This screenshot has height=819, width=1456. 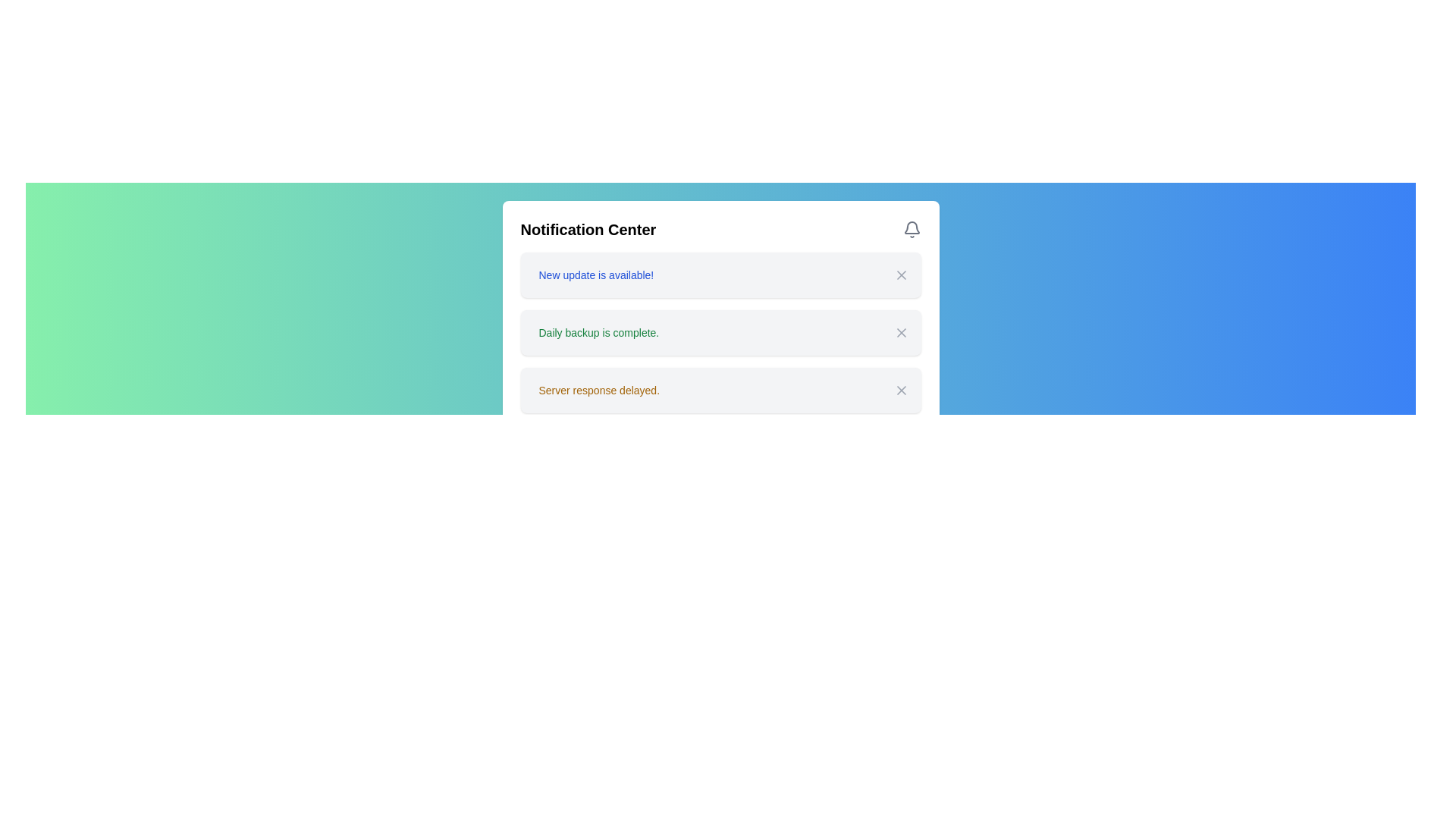 I want to click on the dismiss button located to the right of the text 'New update is available!' in the notification section to observe the color change effect, so click(x=901, y=275).